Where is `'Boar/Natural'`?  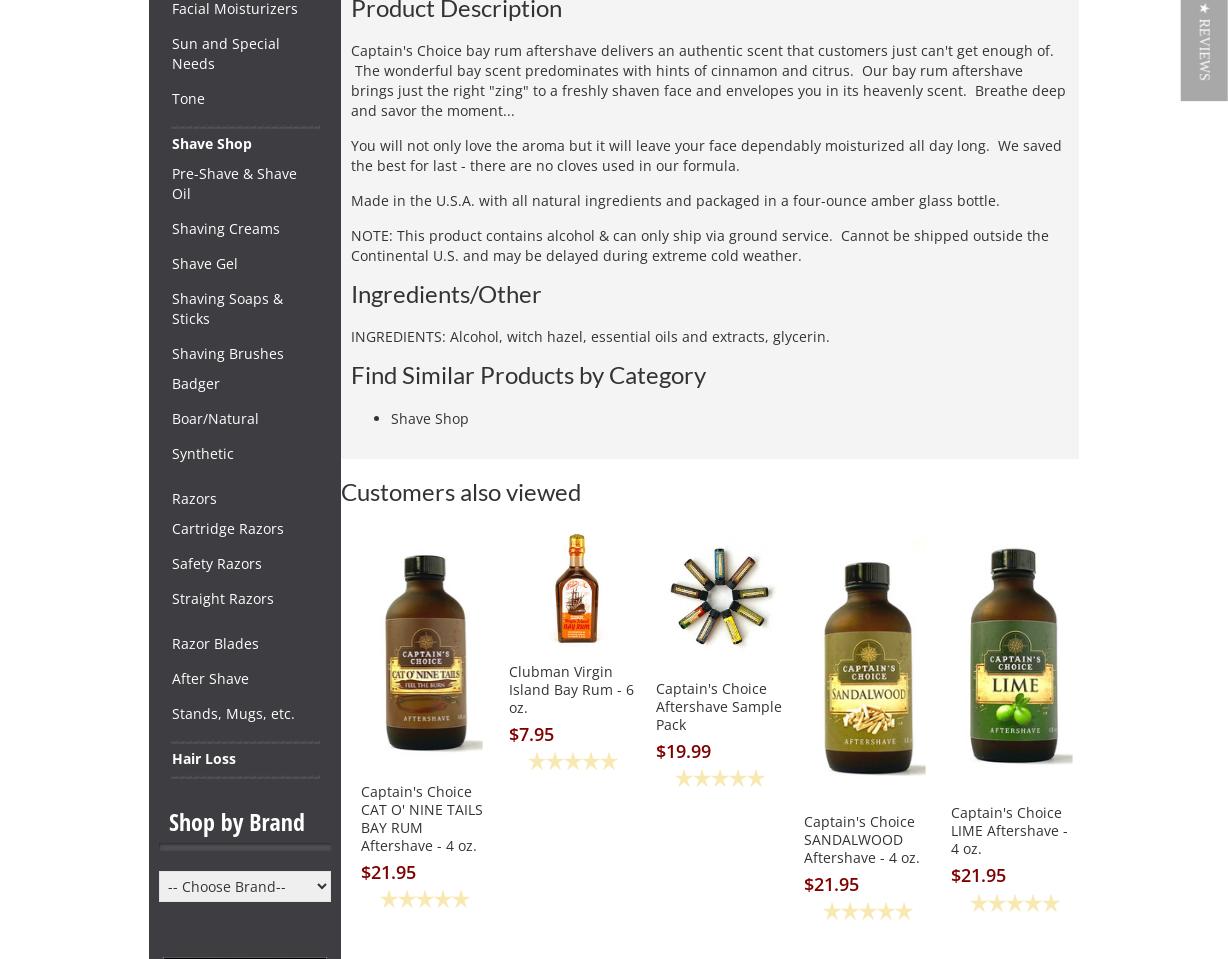 'Boar/Natural' is located at coordinates (214, 417).